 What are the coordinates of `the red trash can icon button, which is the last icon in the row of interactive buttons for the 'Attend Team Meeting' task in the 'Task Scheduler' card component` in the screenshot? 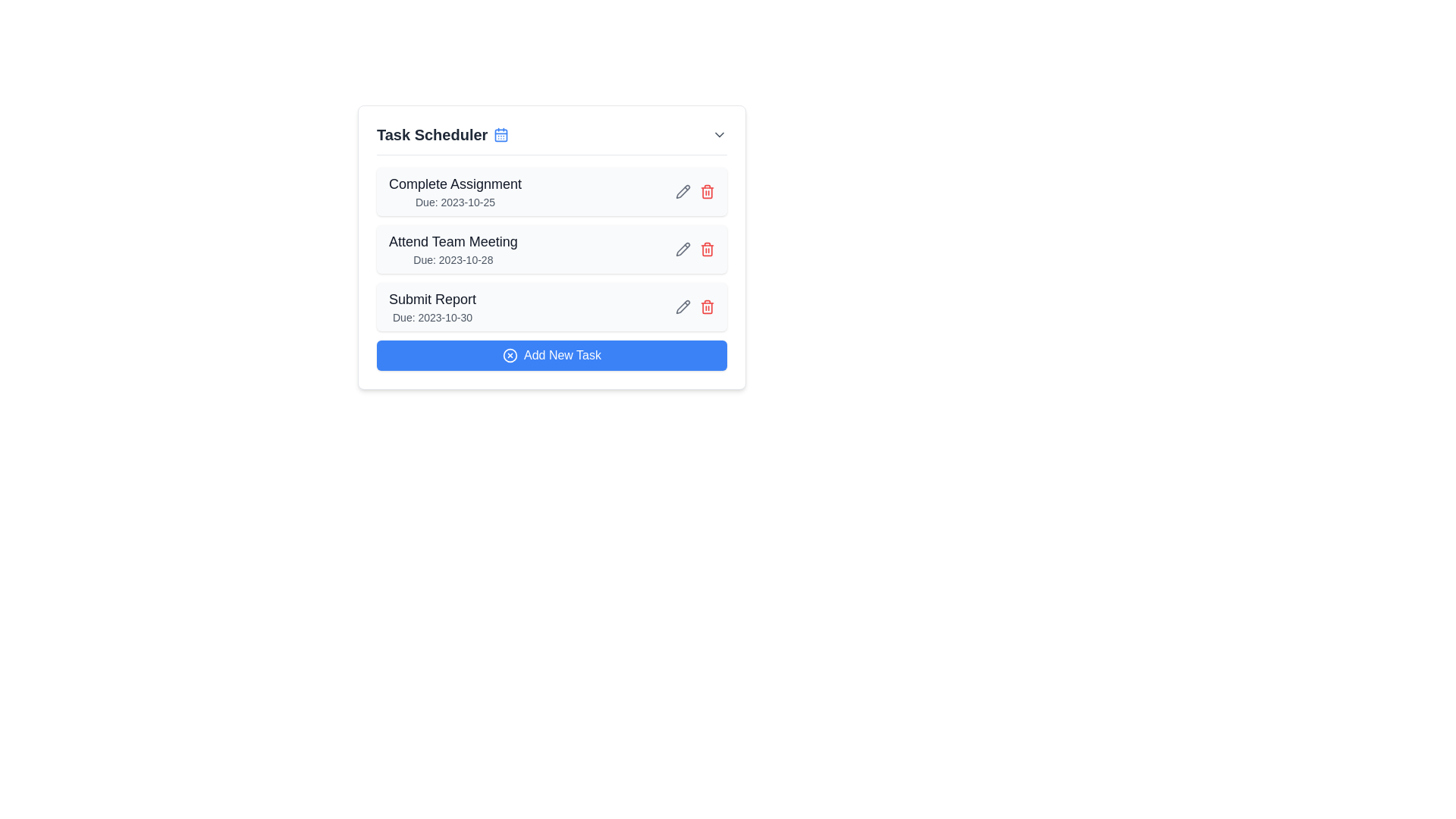 It's located at (706, 248).